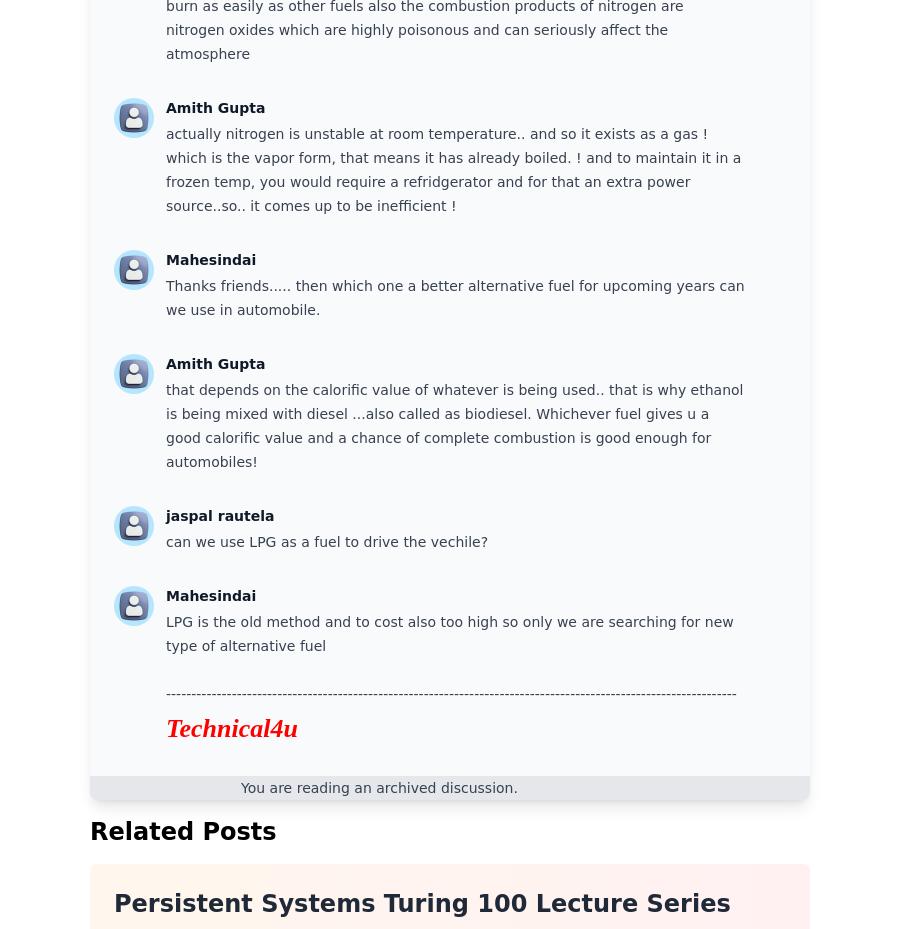 The height and width of the screenshot is (929, 900). I want to click on 'Thanks friends.....  then which one a better alternative fuel for upcoming years can we use in automobile.', so click(165, 298).